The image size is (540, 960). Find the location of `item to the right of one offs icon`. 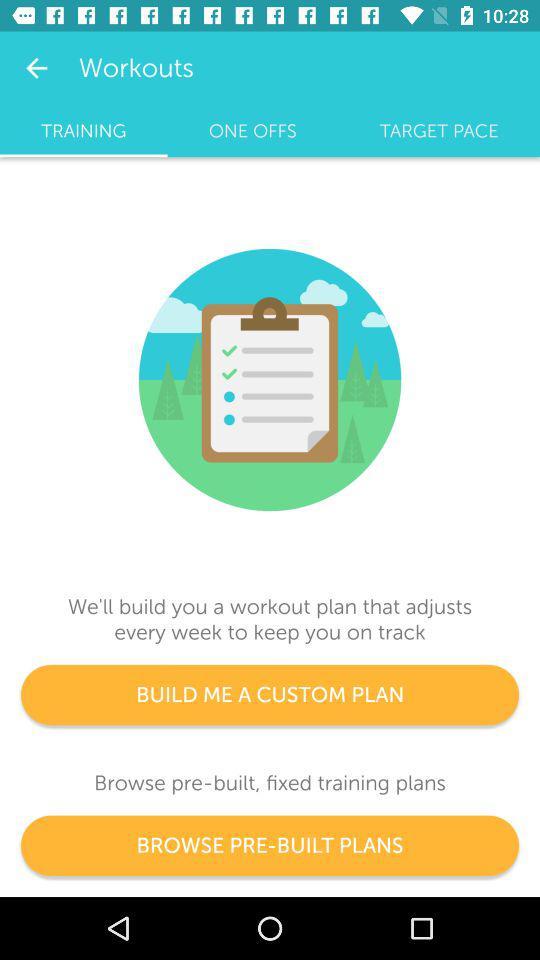

item to the right of one offs icon is located at coordinates (438, 130).